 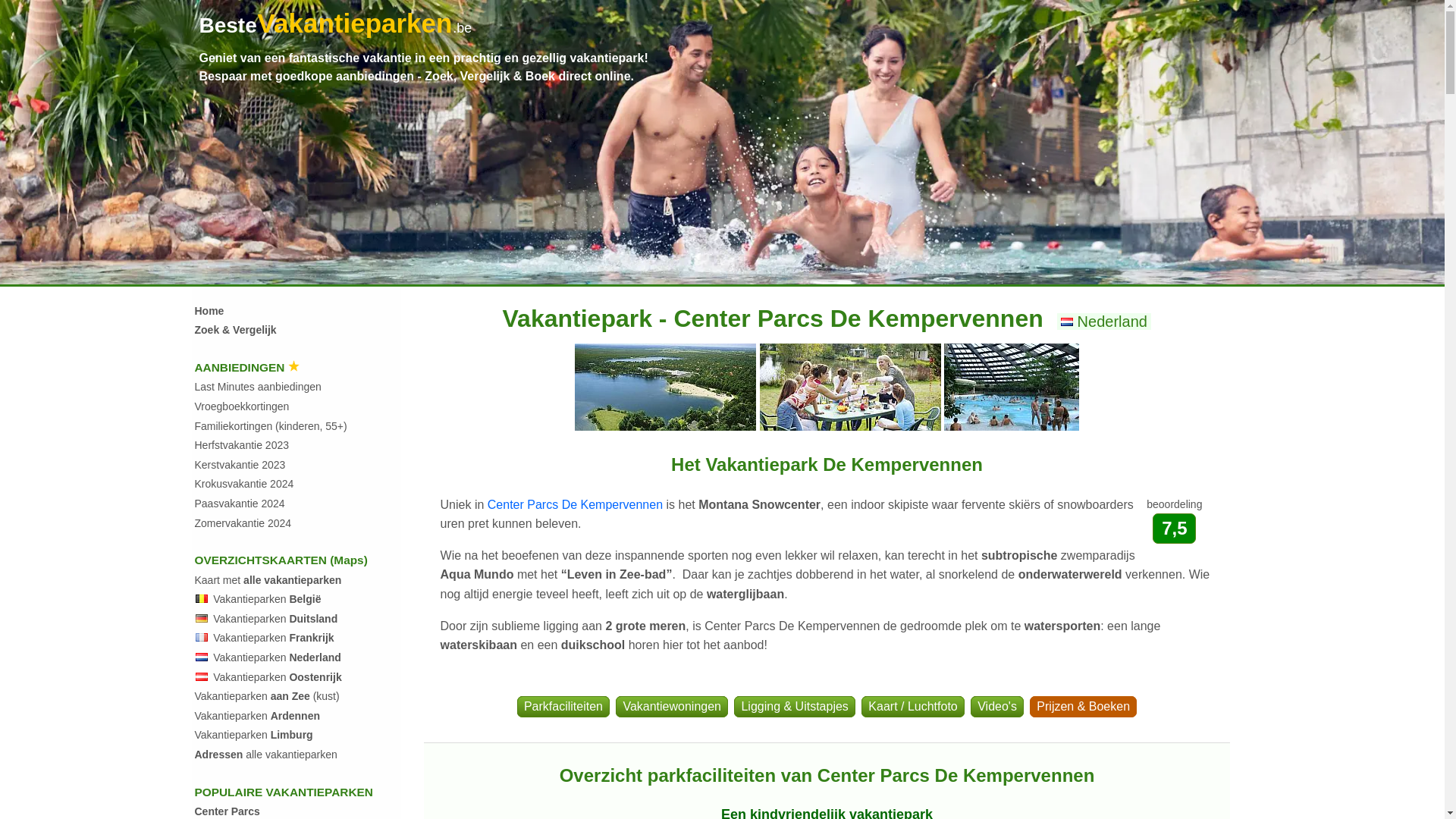 What do you see at coordinates (671, 707) in the screenshot?
I see `'Vakantiewoningen'` at bounding box center [671, 707].